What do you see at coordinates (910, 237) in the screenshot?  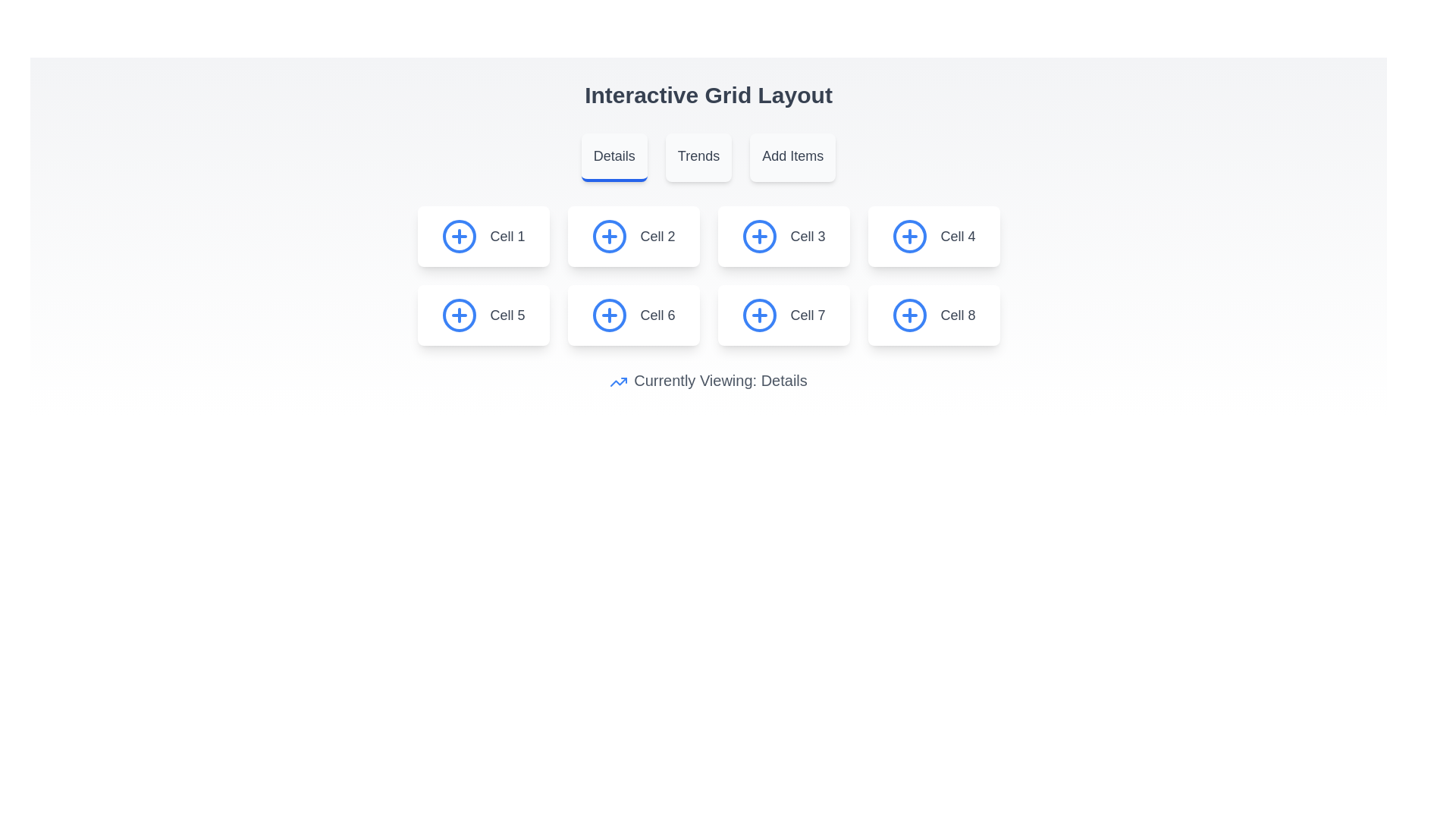 I see `the blue circle with a plus icon located in the 'Cell 4' card in the top-right quadrant of the grid layout` at bounding box center [910, 237].